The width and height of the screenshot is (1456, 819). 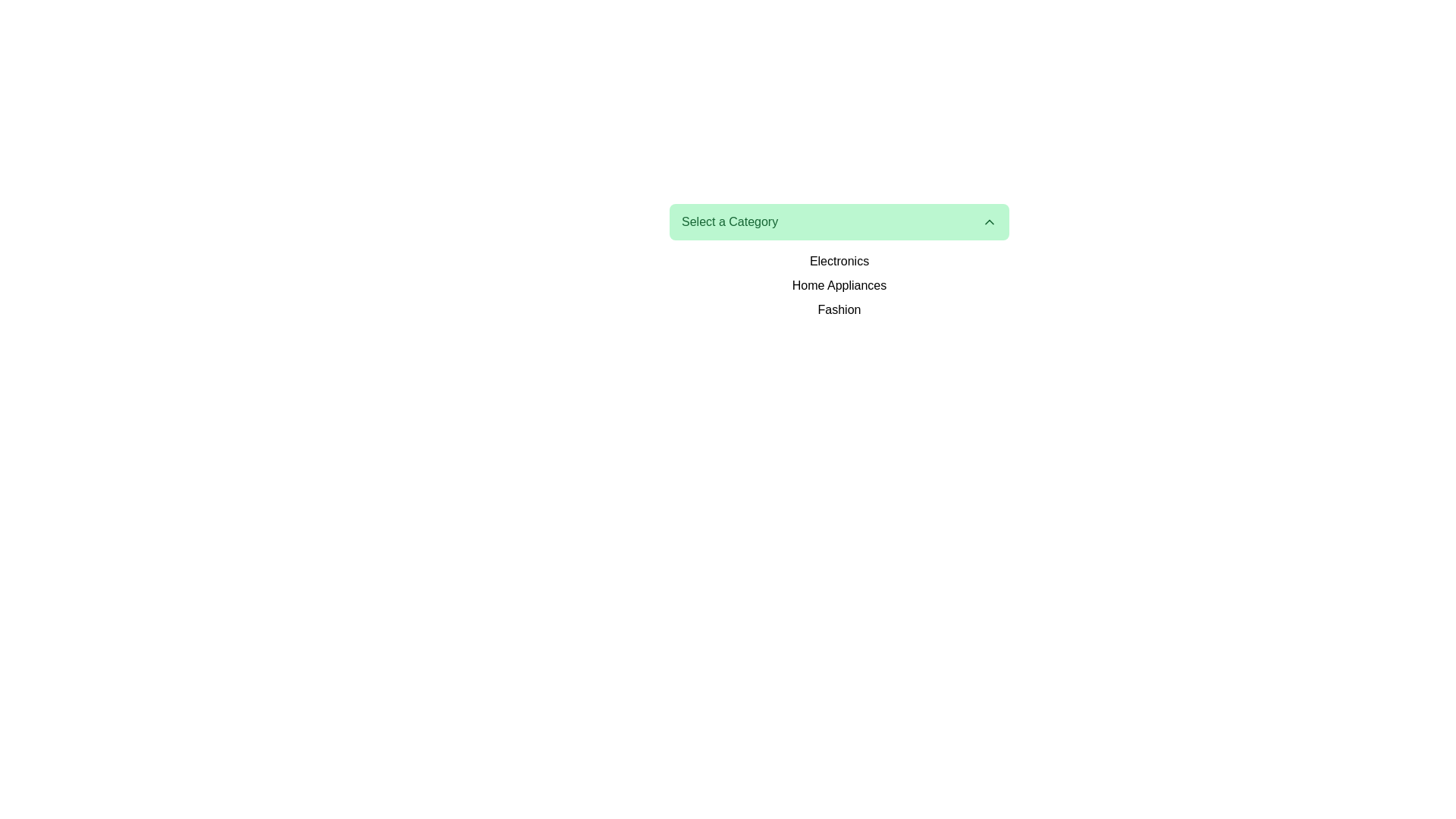 What do you see at coordinates (839, 260) in the screenshot?
I see `the first selectable option in the vertical list for 'Electronics' located below the green header labeled 'Select a Category'` at bounding box center [839, 260].